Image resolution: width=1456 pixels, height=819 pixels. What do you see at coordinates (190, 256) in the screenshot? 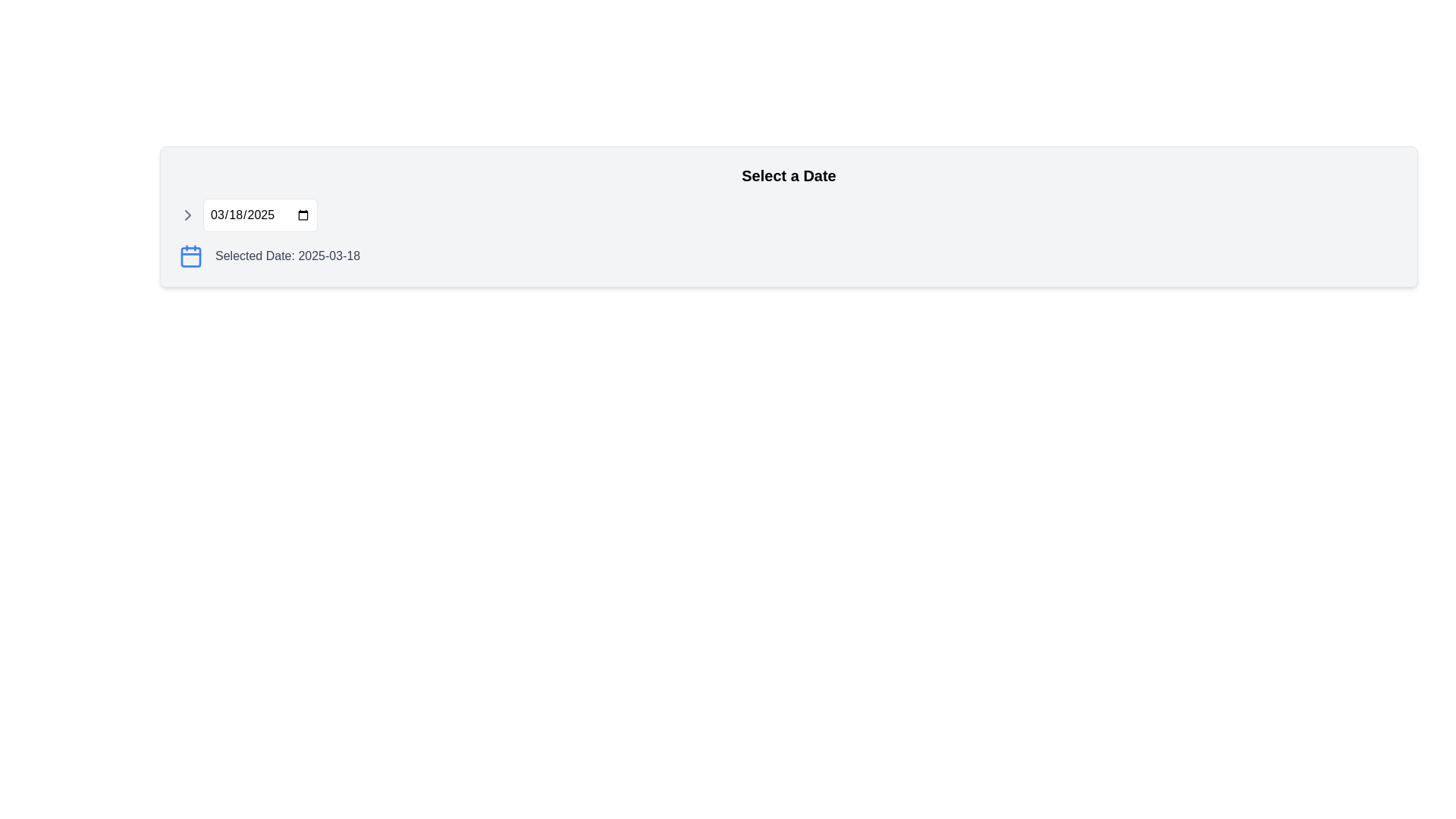
I see `the graphical placeholder, which is a rounded rectangle with a light blue outline and white fill, located within the calendar icon to the left of the 'Selected Date: 2025-03-18' text` at bounding box center [190, 256].